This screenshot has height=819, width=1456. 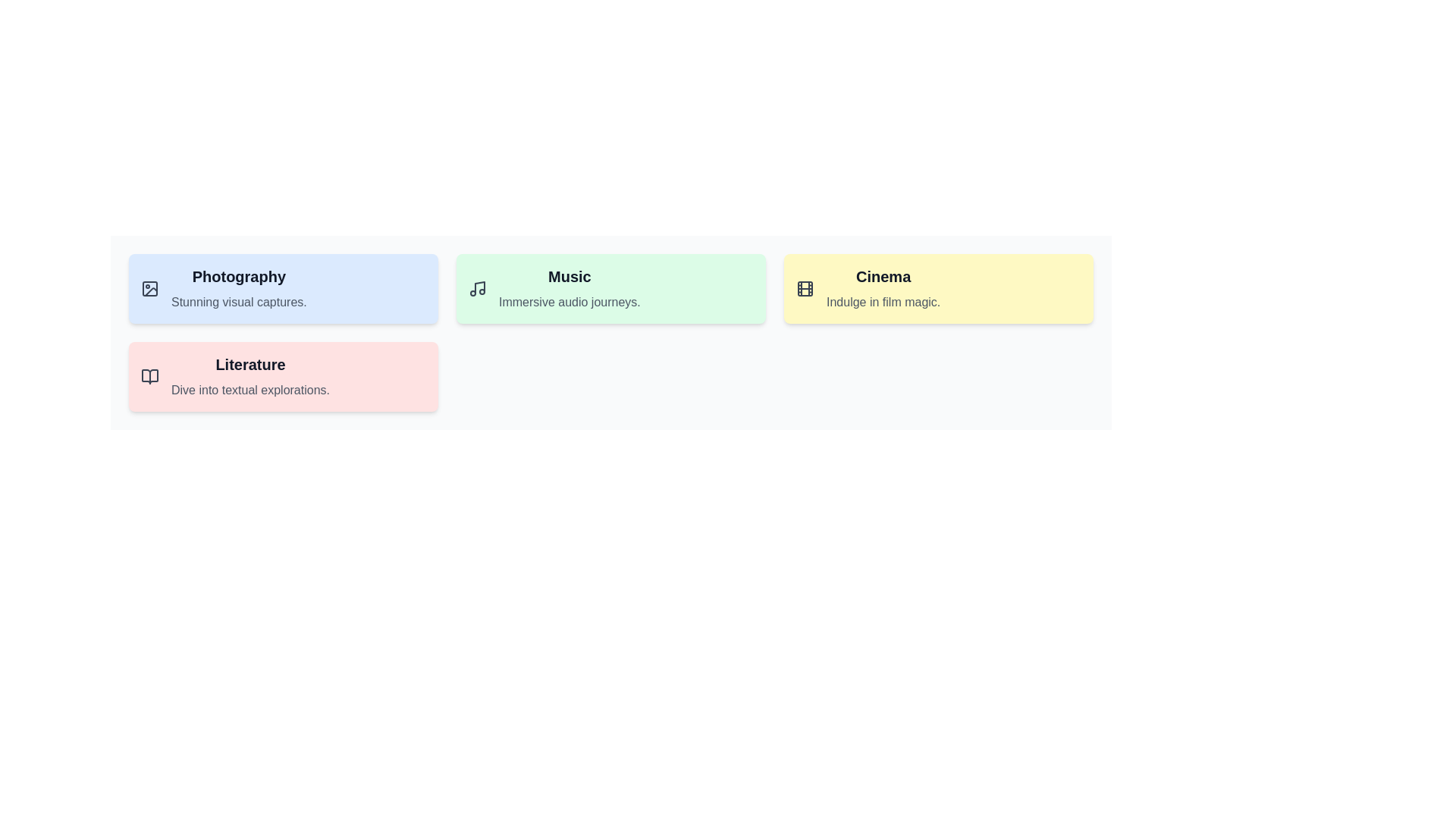 I want to click on the 'Literature' header text, which is a bold, larger font title in dark gray color on a light pink background, positioned centrally above a descriptive text, so click(x=250, y=365).